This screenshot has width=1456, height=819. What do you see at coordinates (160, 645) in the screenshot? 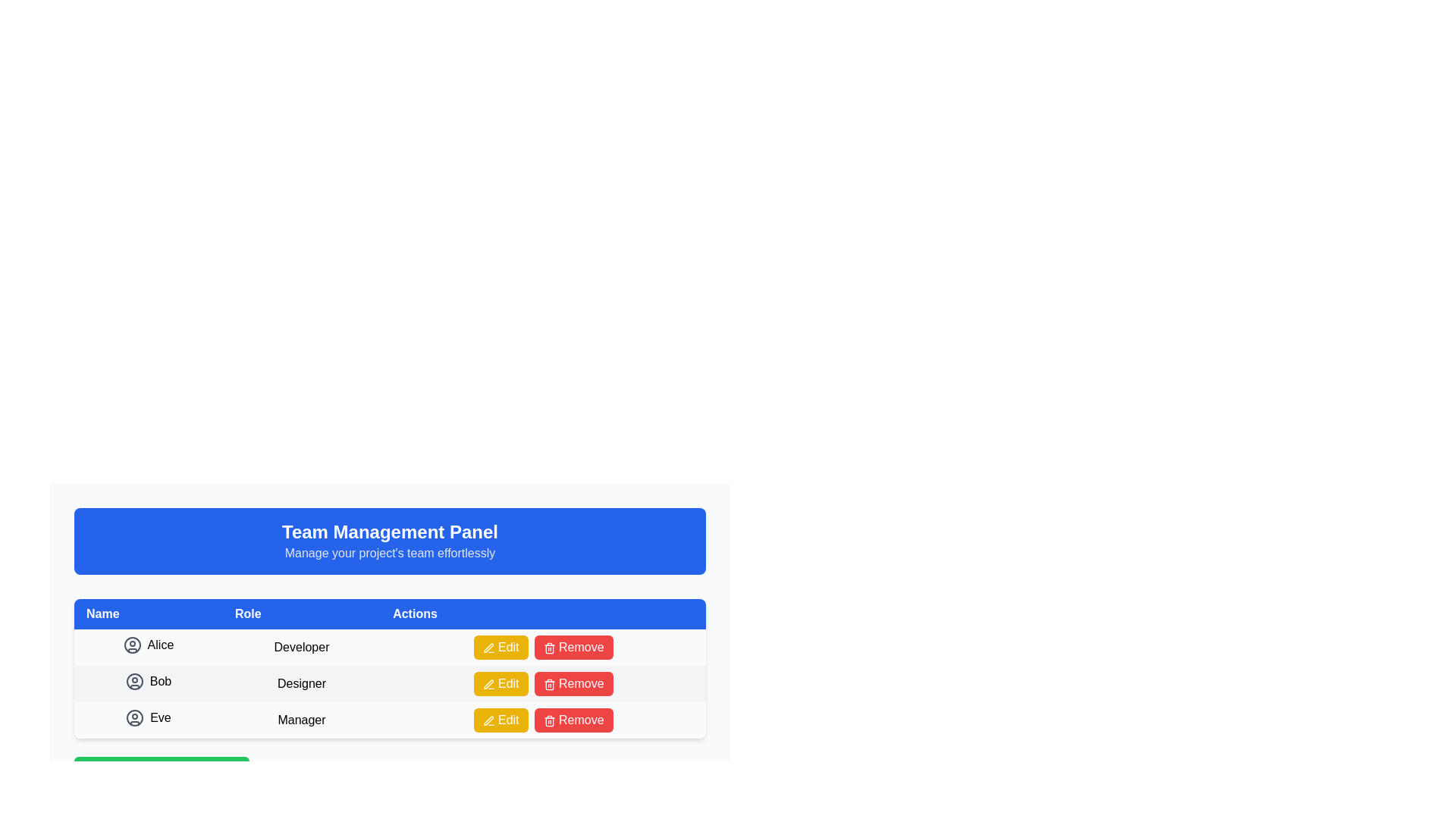
I see `text label displaying 'Alice' in black font, which is the first entry in the 'Name' column of the table, positioned next to a user profile icon` at bounding box center [160, 645].